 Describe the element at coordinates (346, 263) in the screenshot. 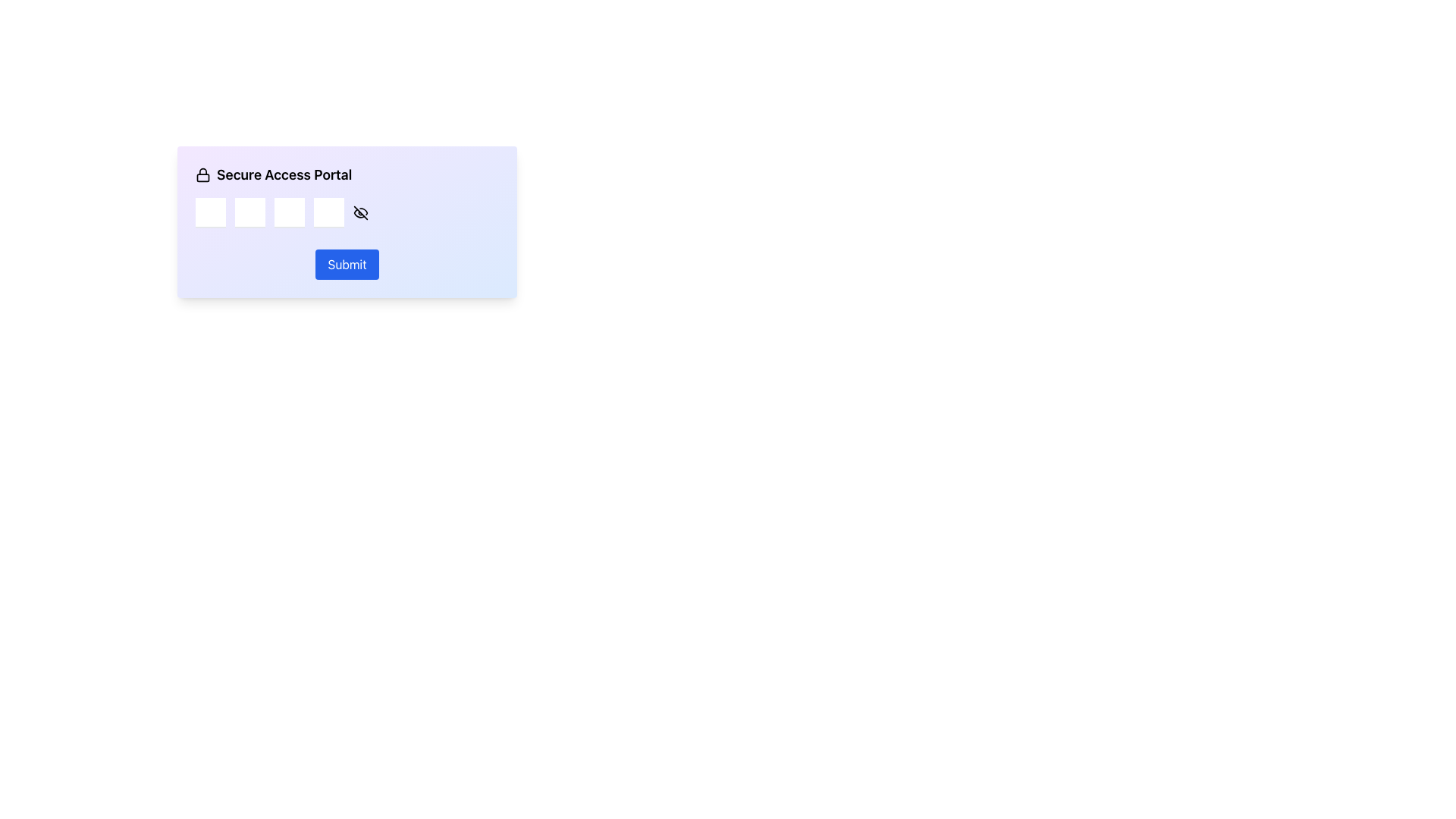

I see `the 'Submit' button located at the bottom right of the 'Secure Access Portal' card with a blue background and white text` at that location.